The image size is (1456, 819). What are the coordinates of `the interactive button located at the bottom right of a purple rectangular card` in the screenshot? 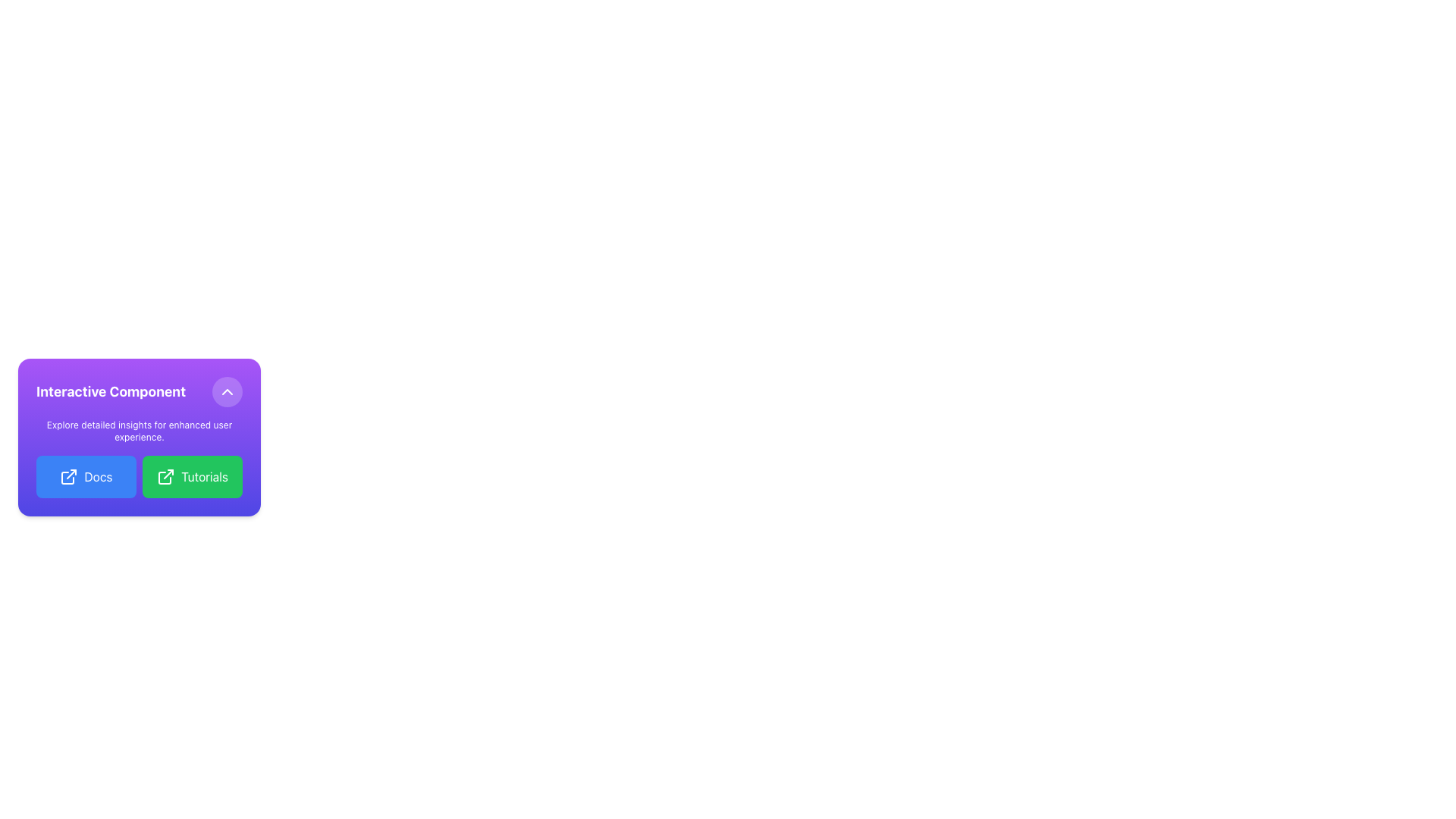 It's located at (192, 475).